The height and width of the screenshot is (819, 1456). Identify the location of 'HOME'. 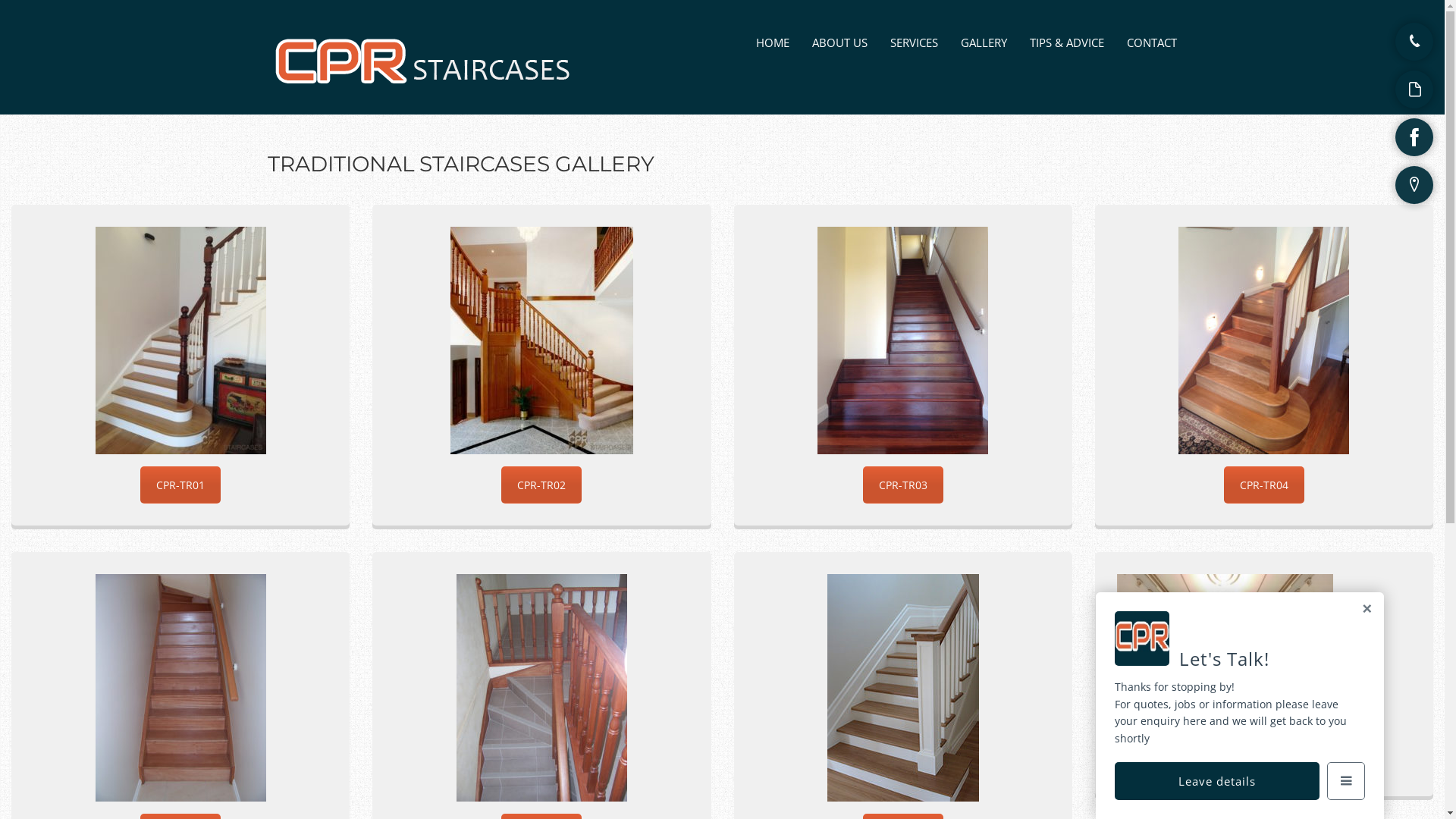
(772, 42).